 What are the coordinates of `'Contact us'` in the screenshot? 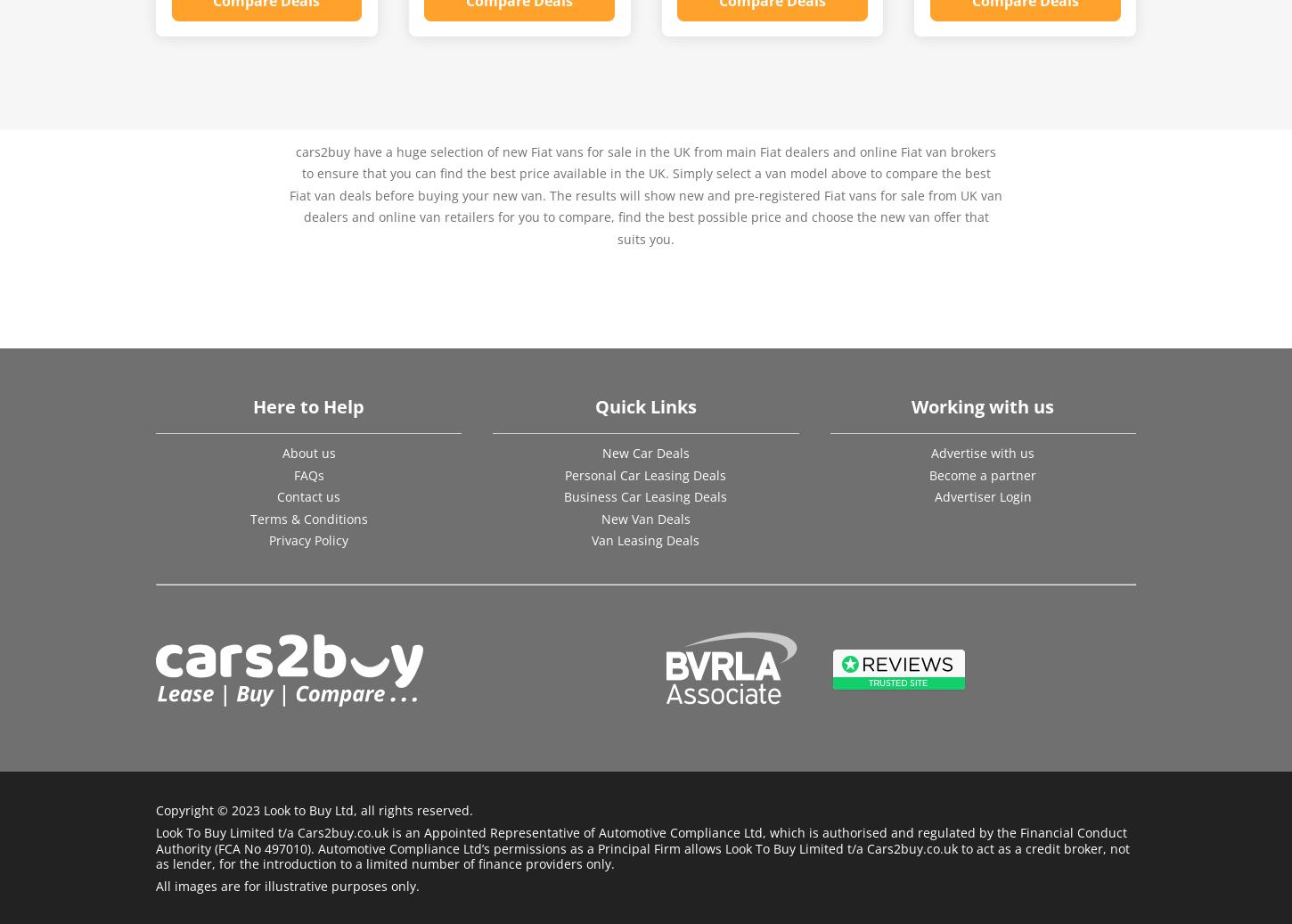 It's located at (308, 496).